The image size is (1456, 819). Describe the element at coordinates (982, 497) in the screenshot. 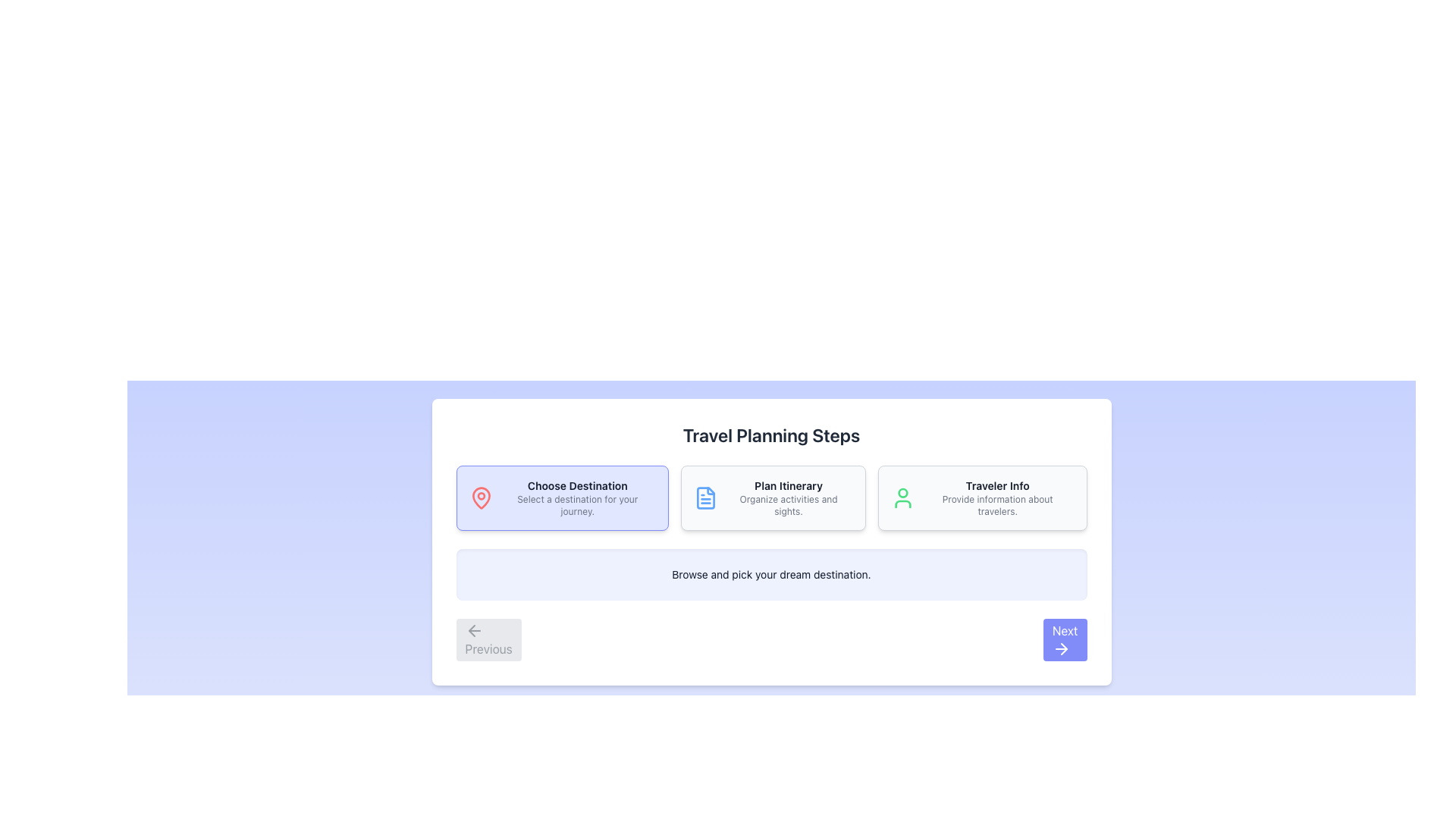

I see `the rightmost button under 'Travel Planning Steps'` at that location.